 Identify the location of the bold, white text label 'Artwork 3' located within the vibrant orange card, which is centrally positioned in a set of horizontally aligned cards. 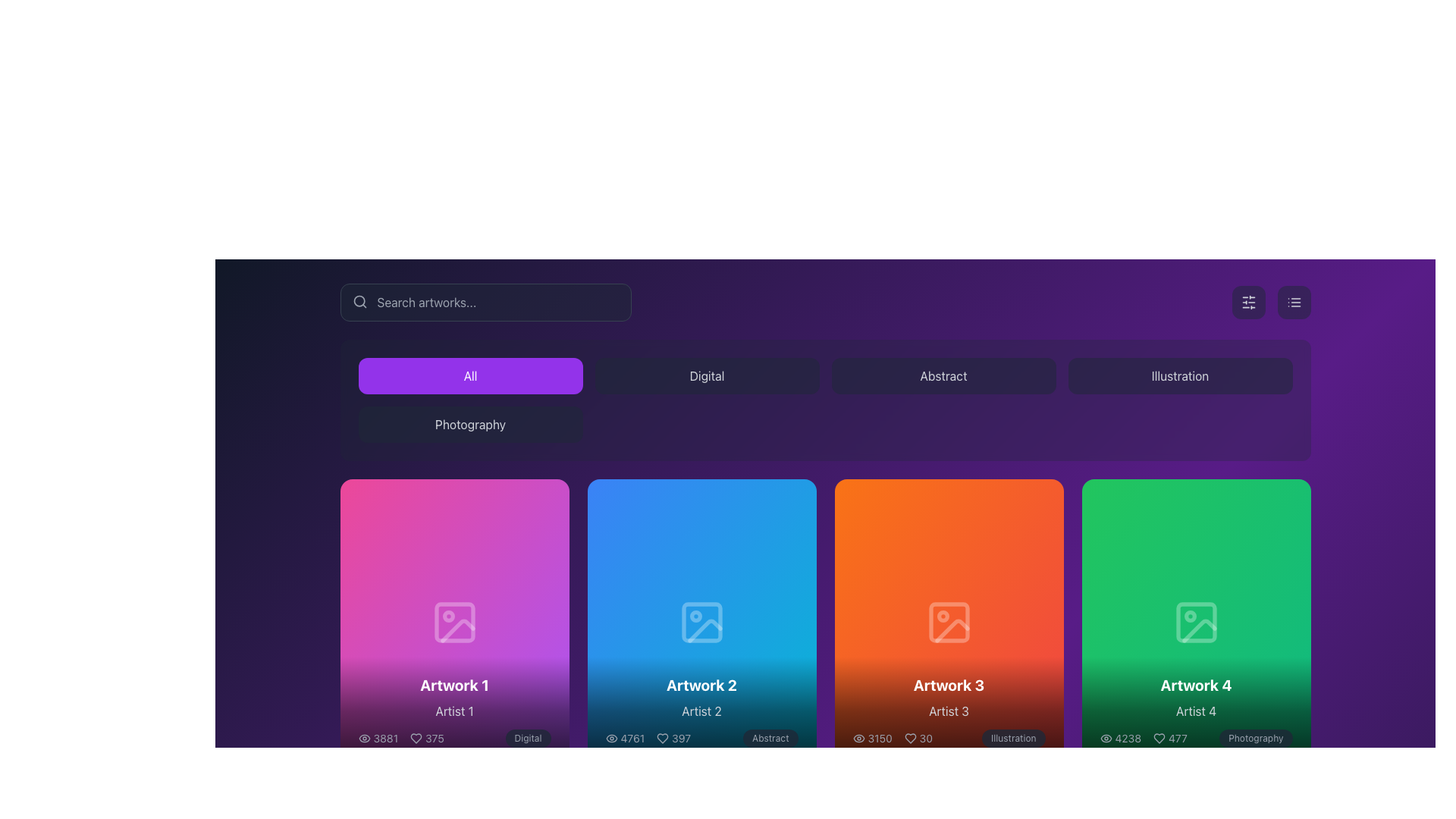
(948, 685).